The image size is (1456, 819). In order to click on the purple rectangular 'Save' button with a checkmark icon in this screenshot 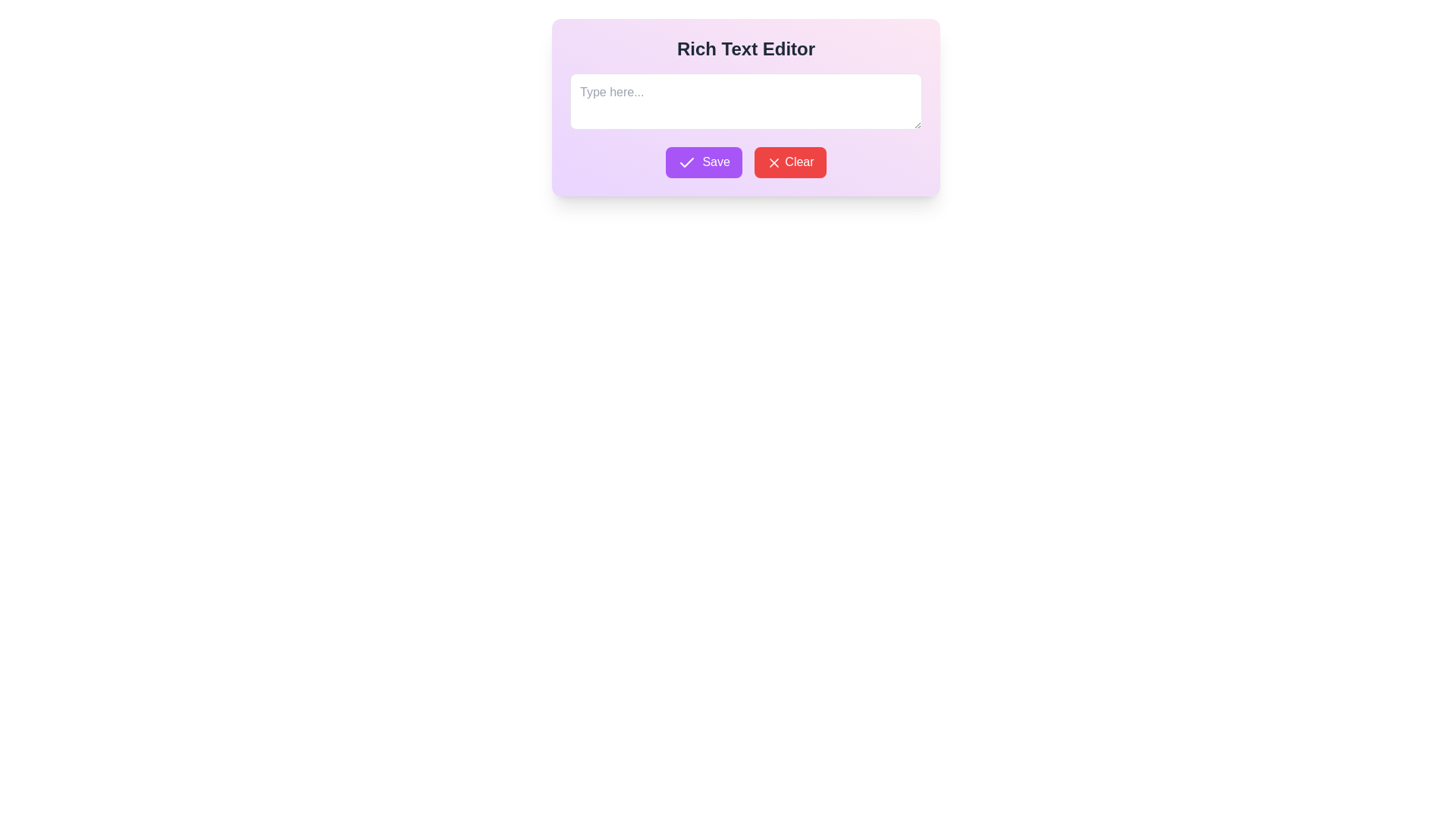, I will do `click(703, 162)`.